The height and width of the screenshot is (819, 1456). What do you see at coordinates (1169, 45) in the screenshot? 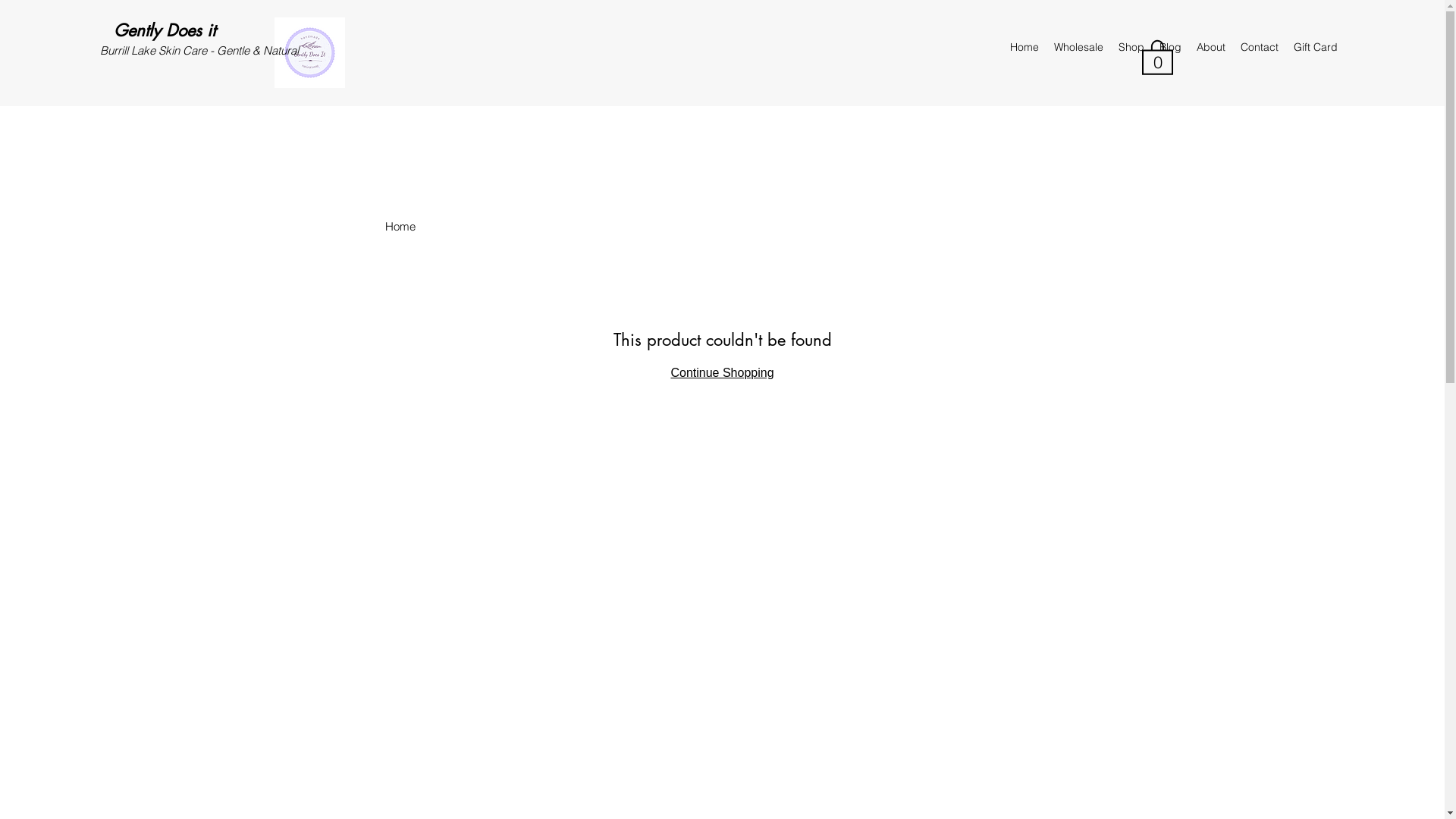
I see `'Blog'` at bounding box center [1169, 45].